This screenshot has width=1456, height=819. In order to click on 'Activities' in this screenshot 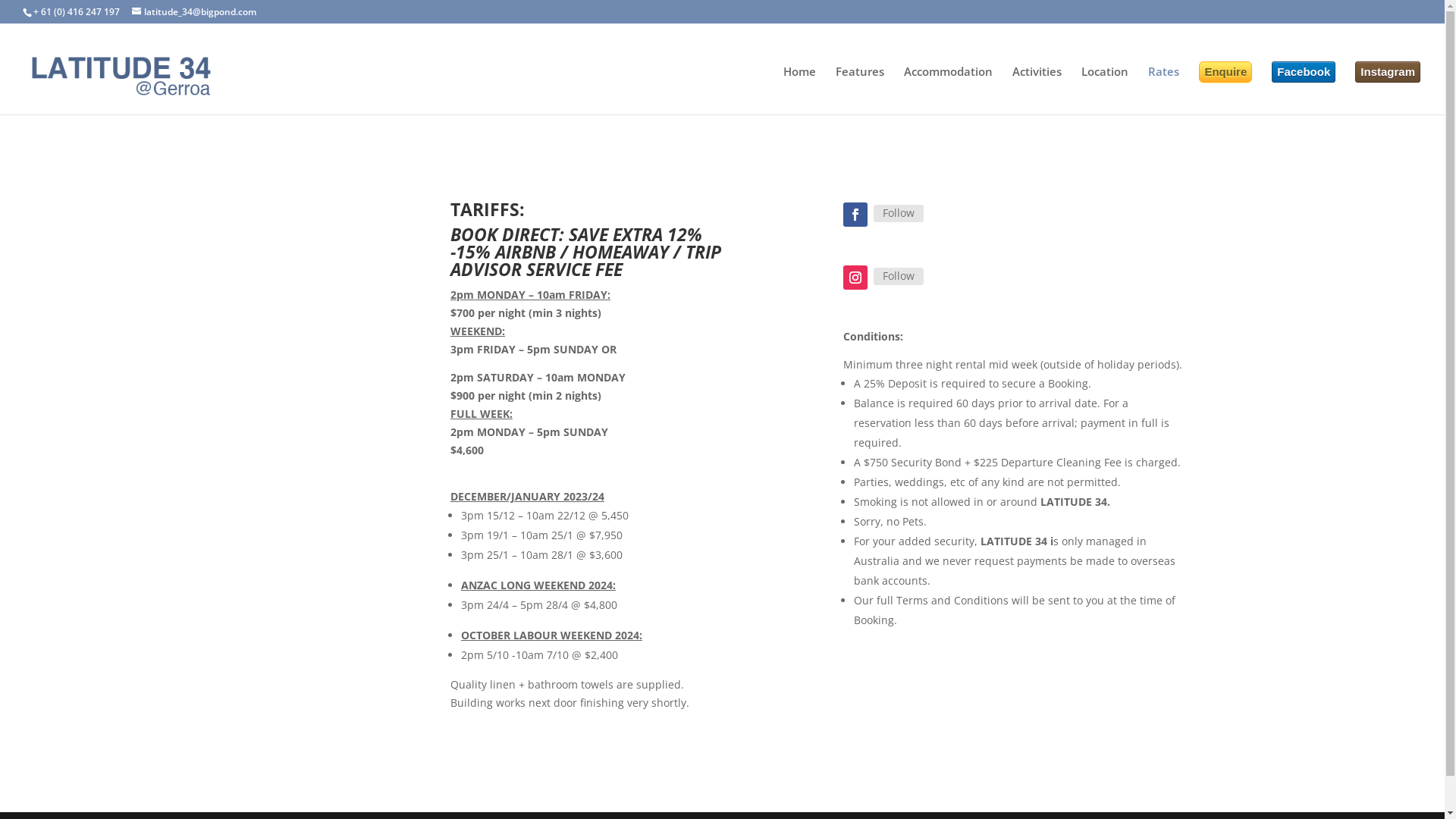, I will do `click(1036, 90)`.